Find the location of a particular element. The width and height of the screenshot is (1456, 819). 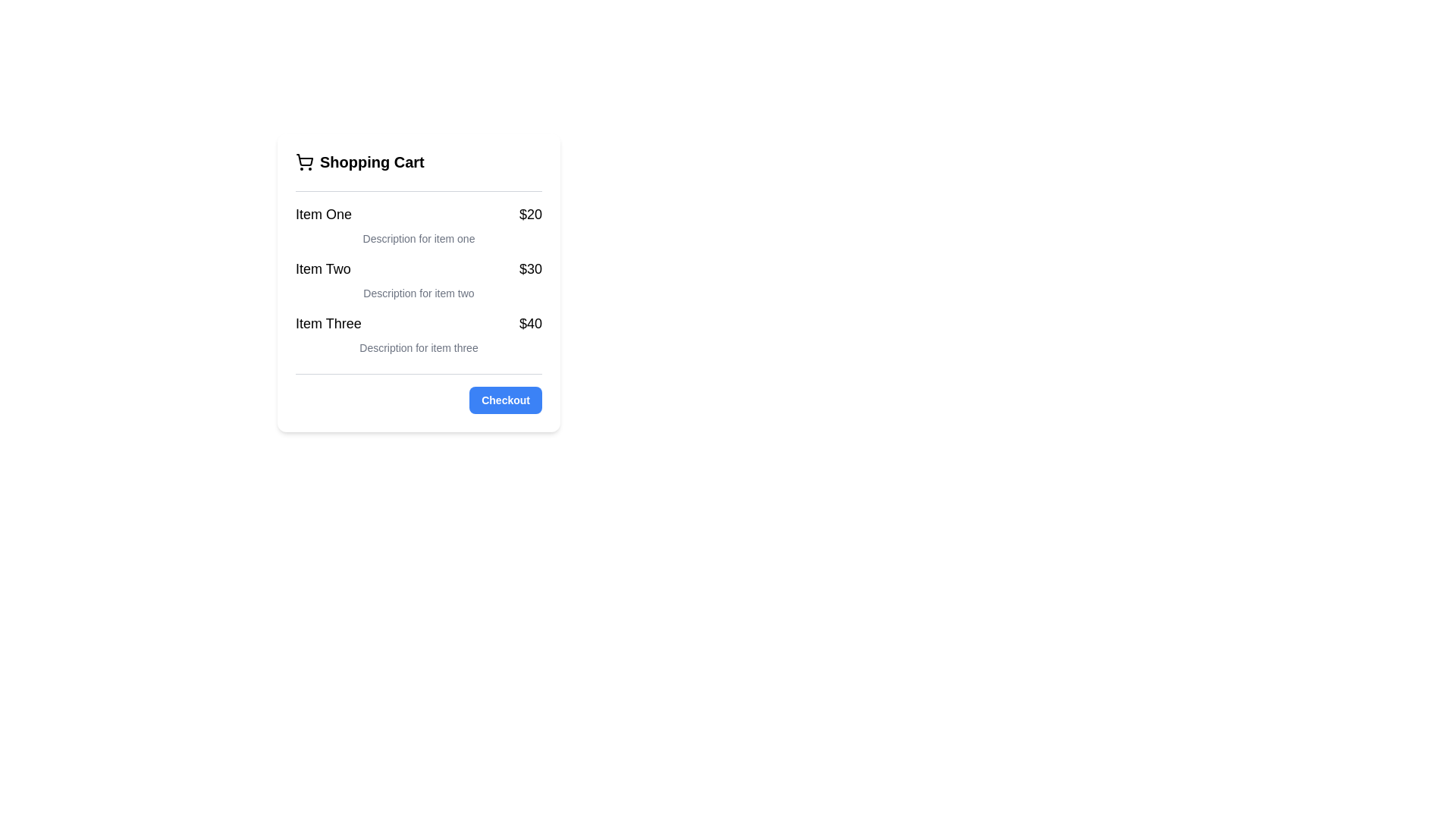

the list item component displaying 'Item Two' in the shopping cart, which includes the title, price, and description is located at coordinates (419, 280).